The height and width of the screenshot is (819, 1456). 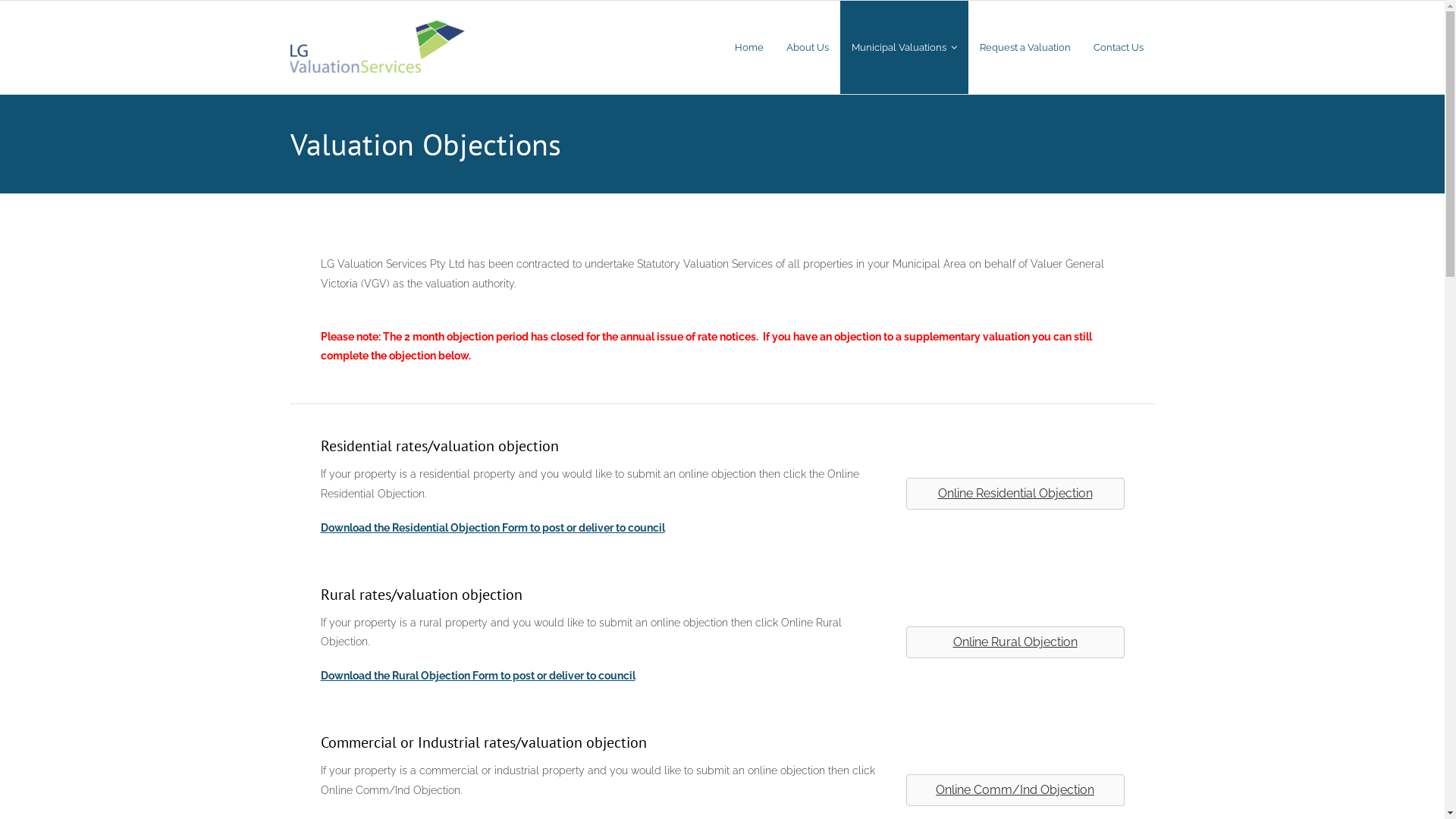 I want to click on 'Online Rural Objection', so click(x=1015, y=642).